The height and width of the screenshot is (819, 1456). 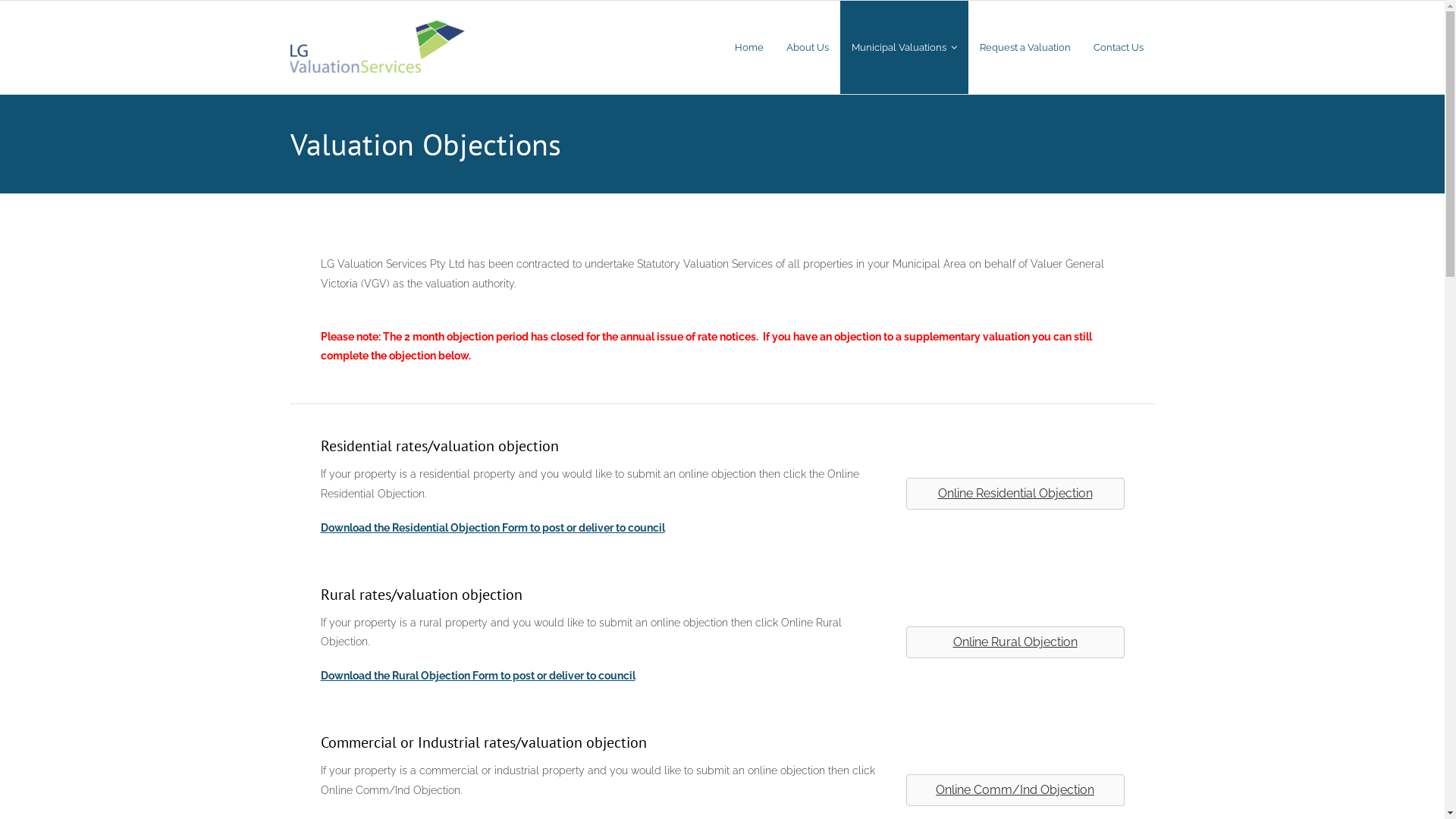 I want to click on 'Online Rural Objection', so click(x=1015, y=642).